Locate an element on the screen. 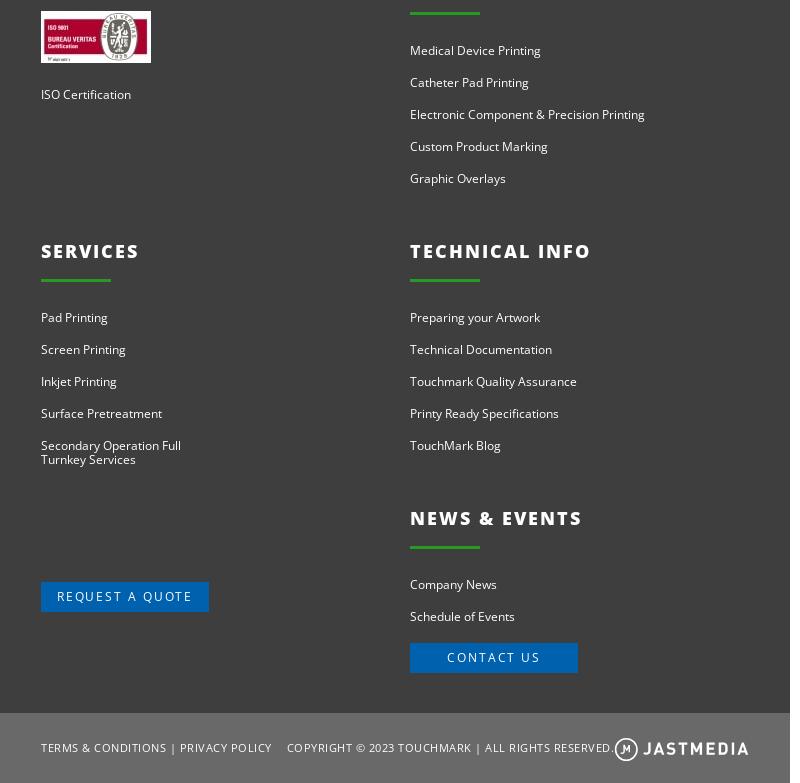 The image size is (800, 783). 'TouchMark Blog' is located at coordinates (454, 444).